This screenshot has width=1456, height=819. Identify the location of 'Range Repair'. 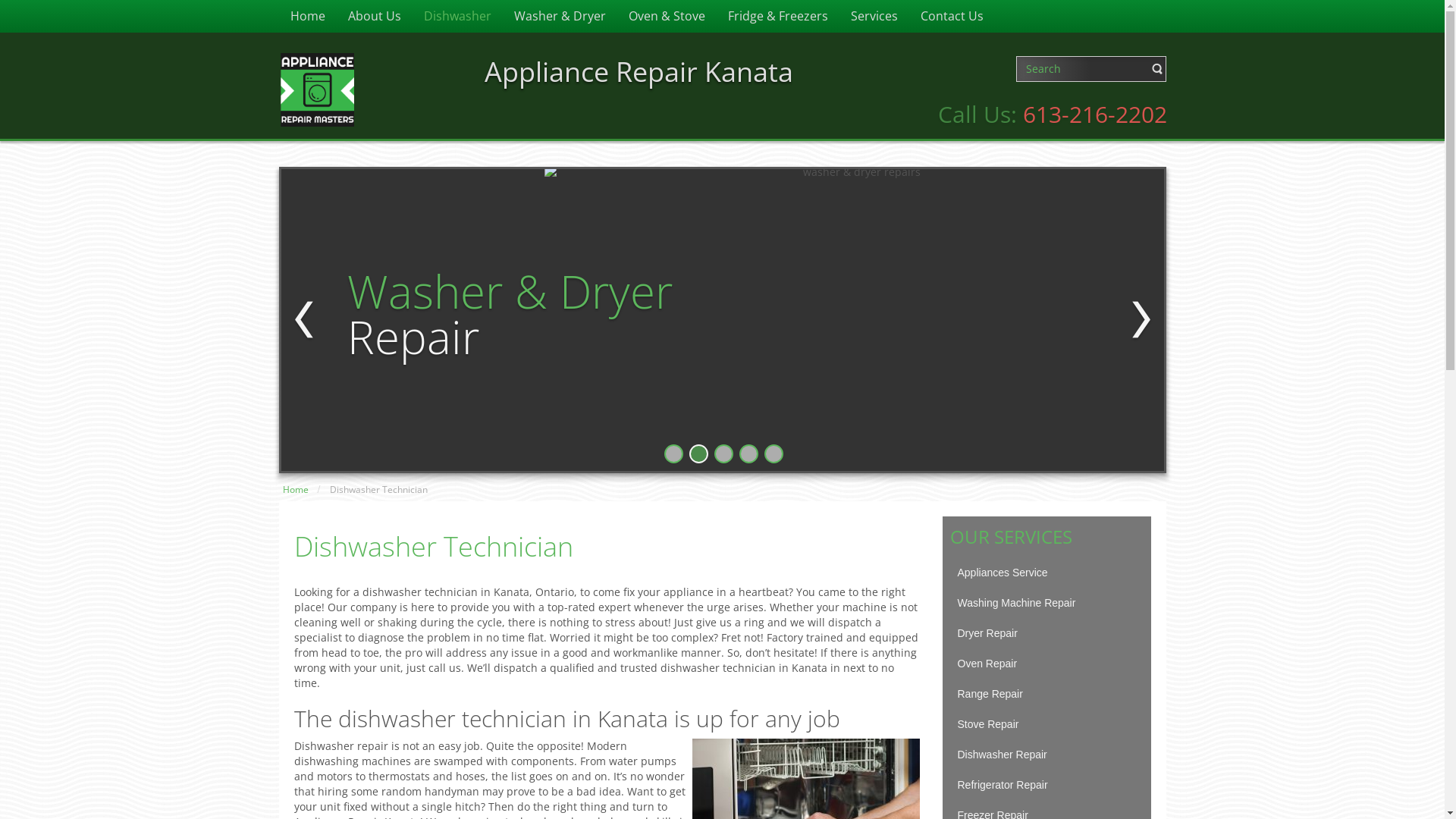
(1045, 693).